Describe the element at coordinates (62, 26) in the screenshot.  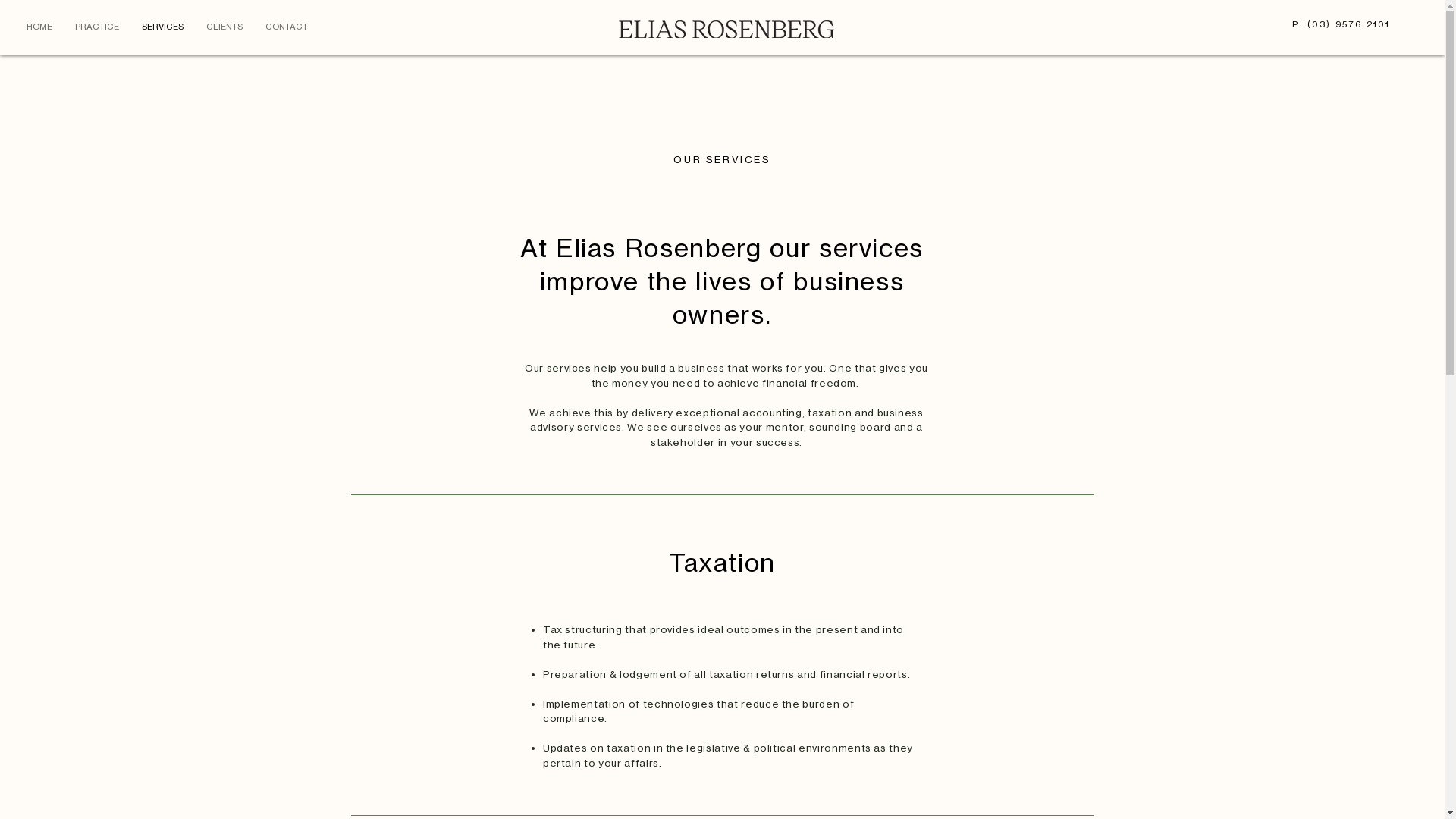
I see `'PRACTICE'` at that location.